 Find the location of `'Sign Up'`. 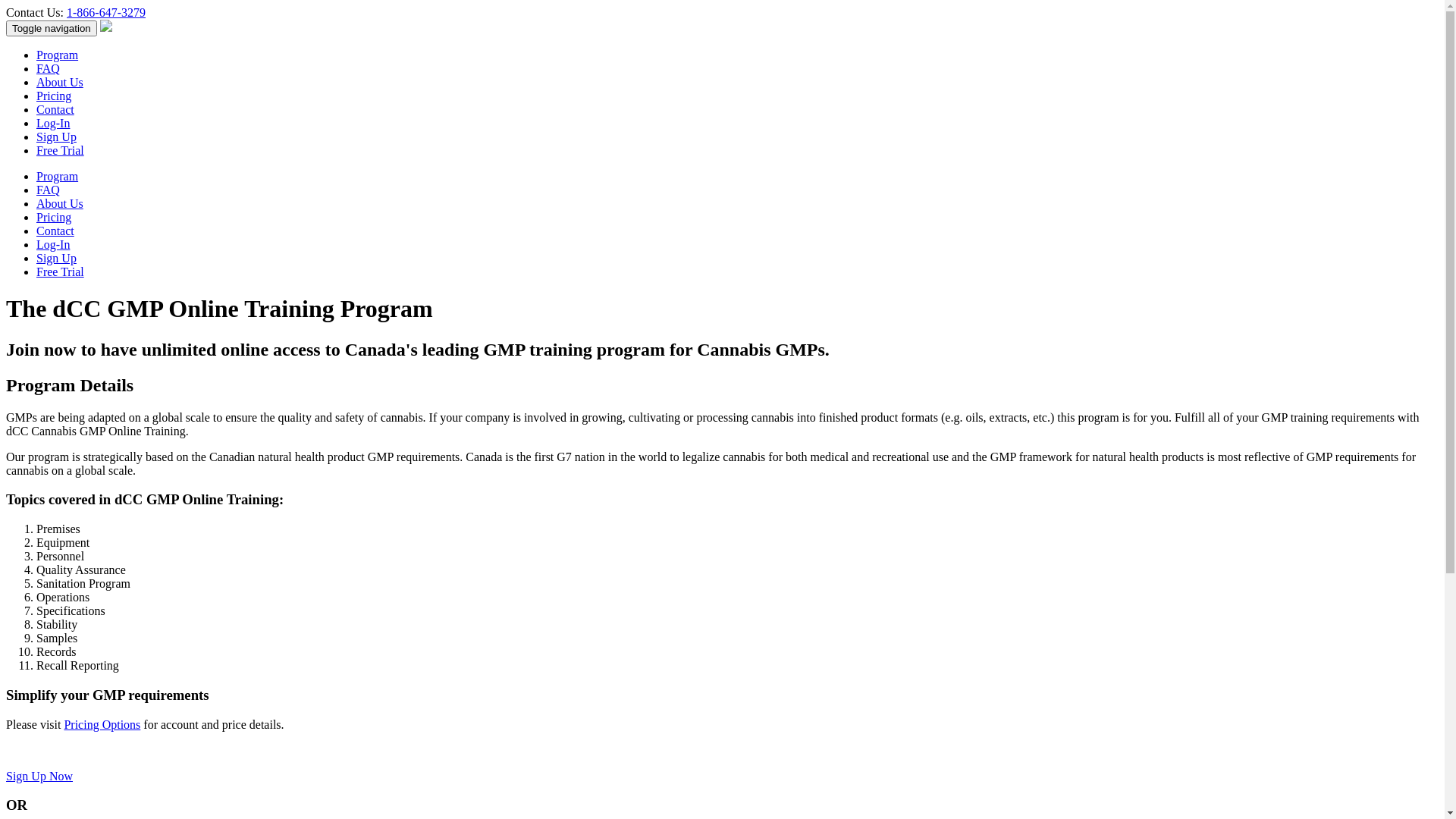

'Sign Up' is located at coordinates (36, 136).